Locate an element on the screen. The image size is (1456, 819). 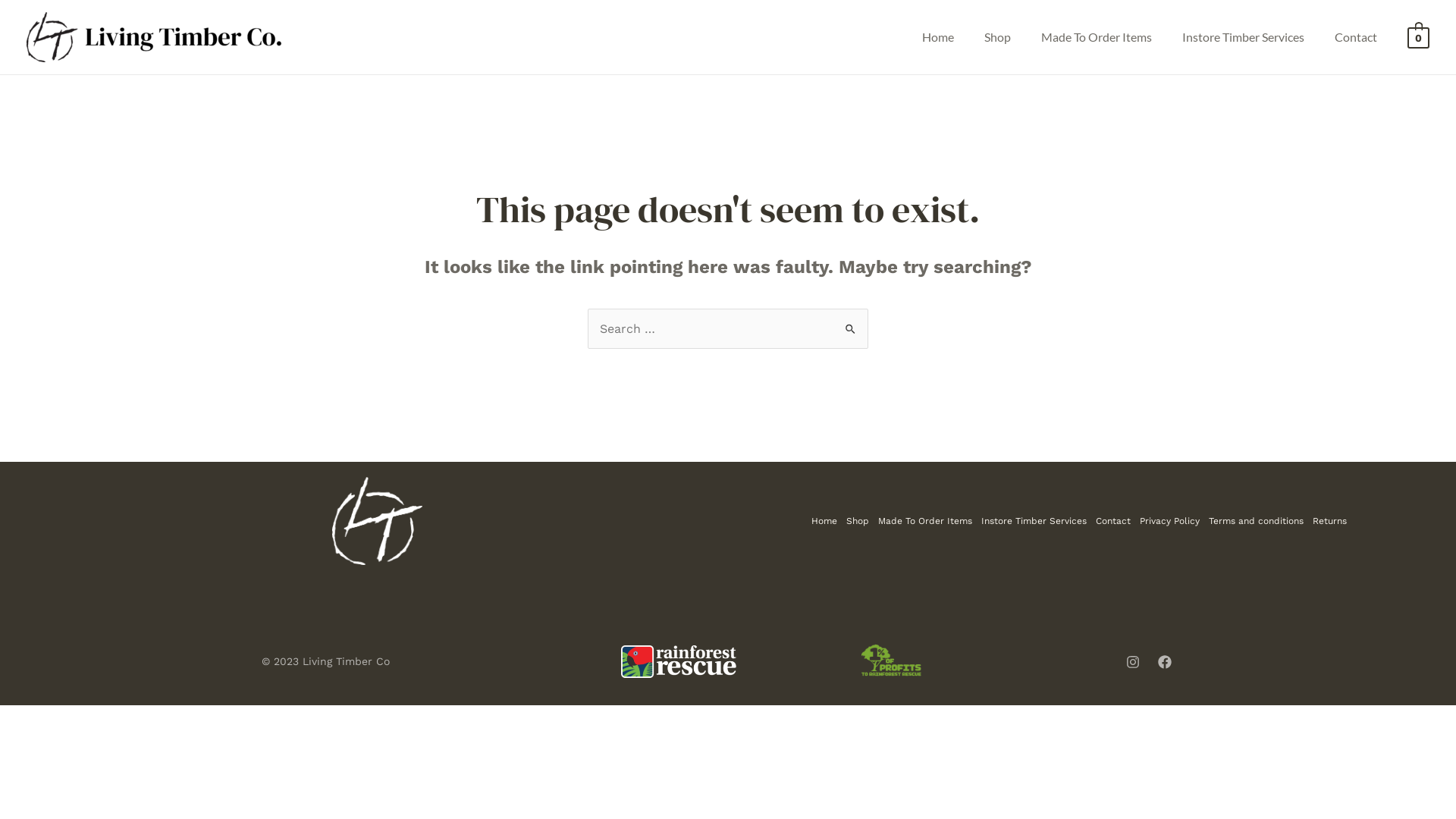
'Instore Timber Services' is located at coordinates (976, 519).